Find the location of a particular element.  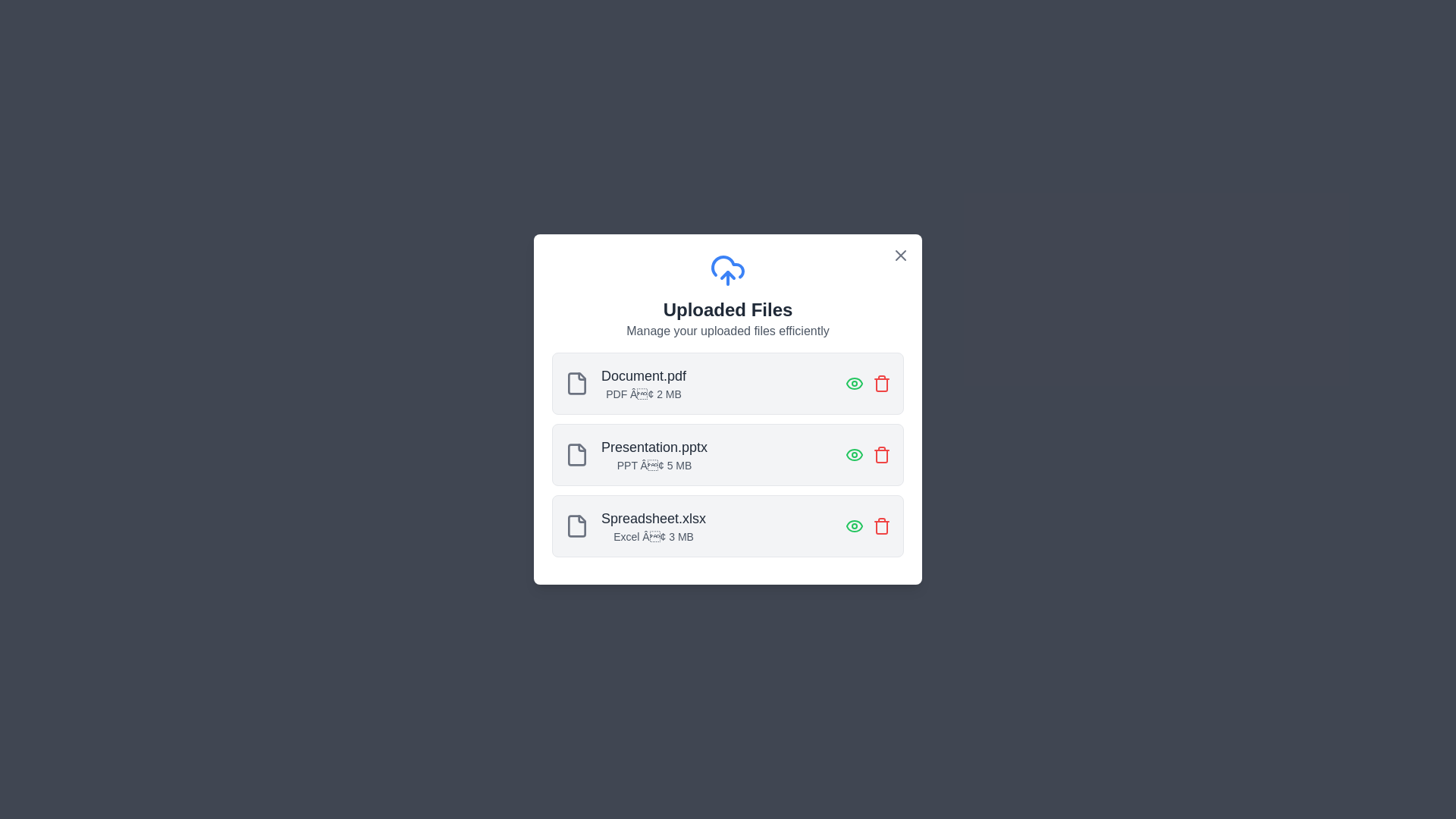

the text label displaying the name, type, and size of the uploaded file, which is located in the second row of the uploaded files list, between the 'Document.pdf' and 'Spreadsheet.xlsx' rows is located at coordinates (654, 454).